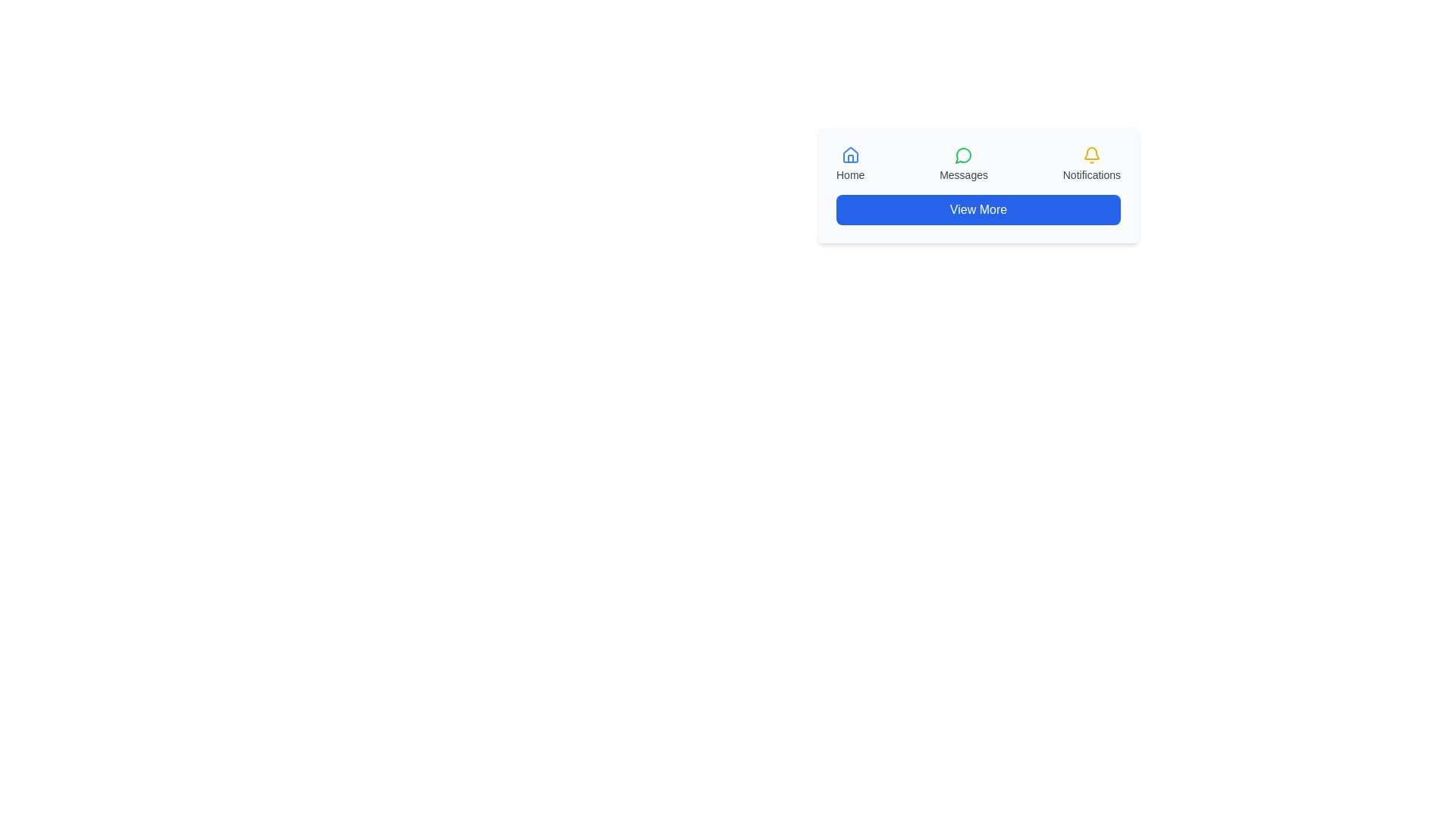 The image size is (1456, 819). Describe the element at coordinates (1090, 164) in the screenshot. I see `the 'Notifications' button, which features a yellow bell icon and is labeled in small gray font` at that location.